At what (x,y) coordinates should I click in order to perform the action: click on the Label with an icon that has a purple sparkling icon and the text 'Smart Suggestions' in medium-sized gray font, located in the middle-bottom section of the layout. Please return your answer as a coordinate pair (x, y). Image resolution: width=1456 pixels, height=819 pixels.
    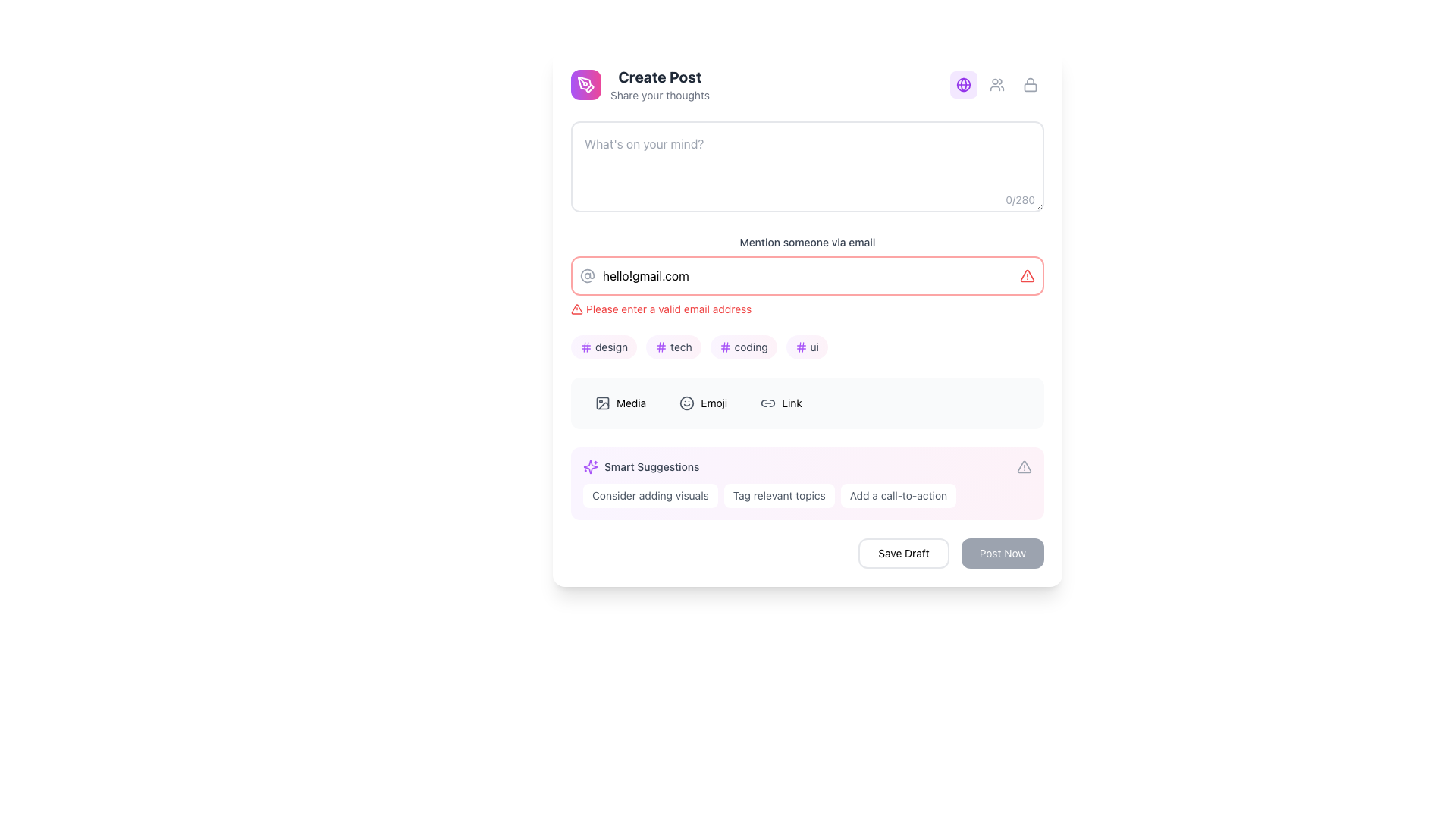
    Looking at the image, I should click on (641, 466).